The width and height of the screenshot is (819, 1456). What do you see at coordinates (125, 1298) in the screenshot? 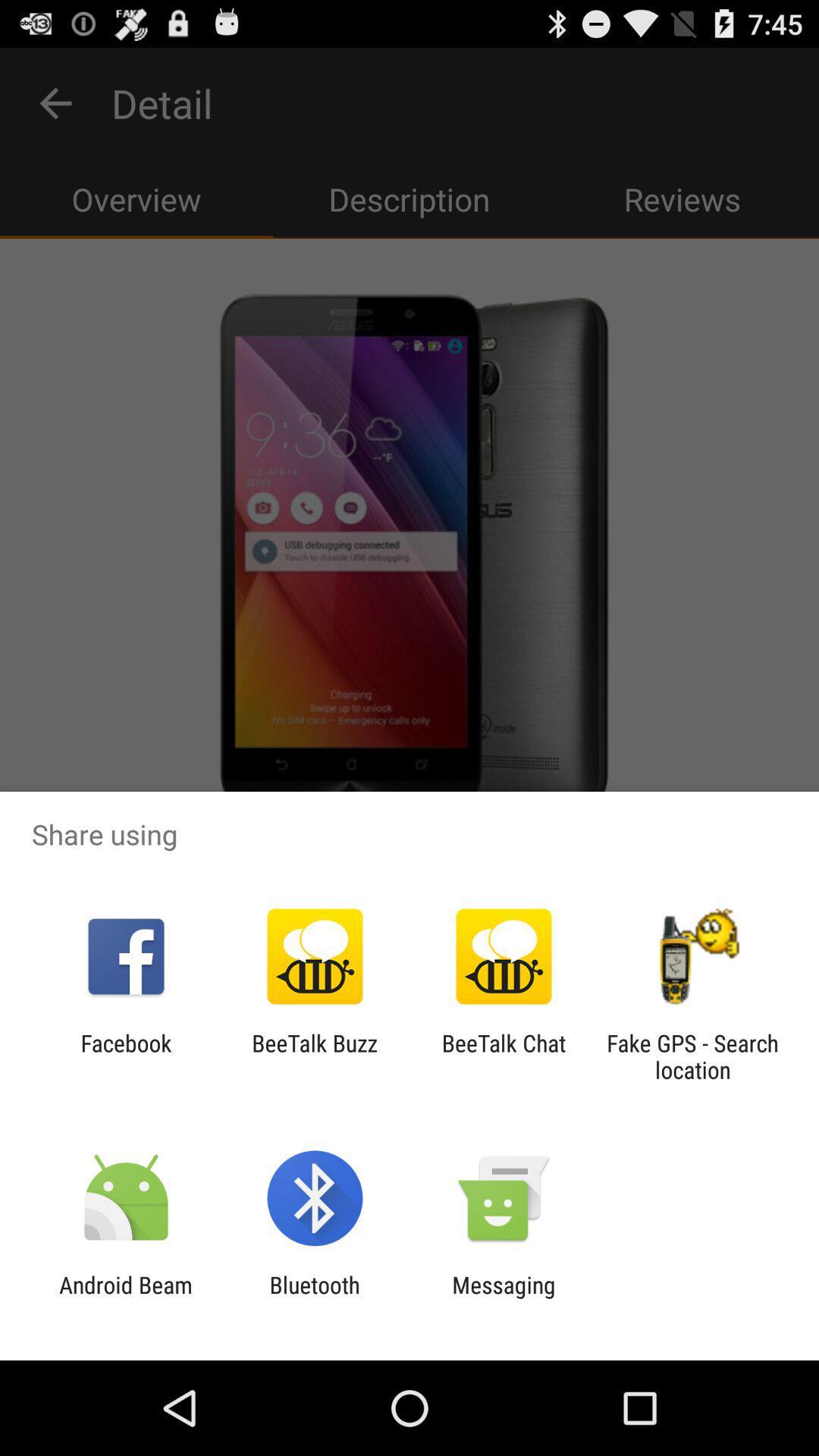
I see `the icon next to the bluetooth item` at bounding box center [125, 1298].